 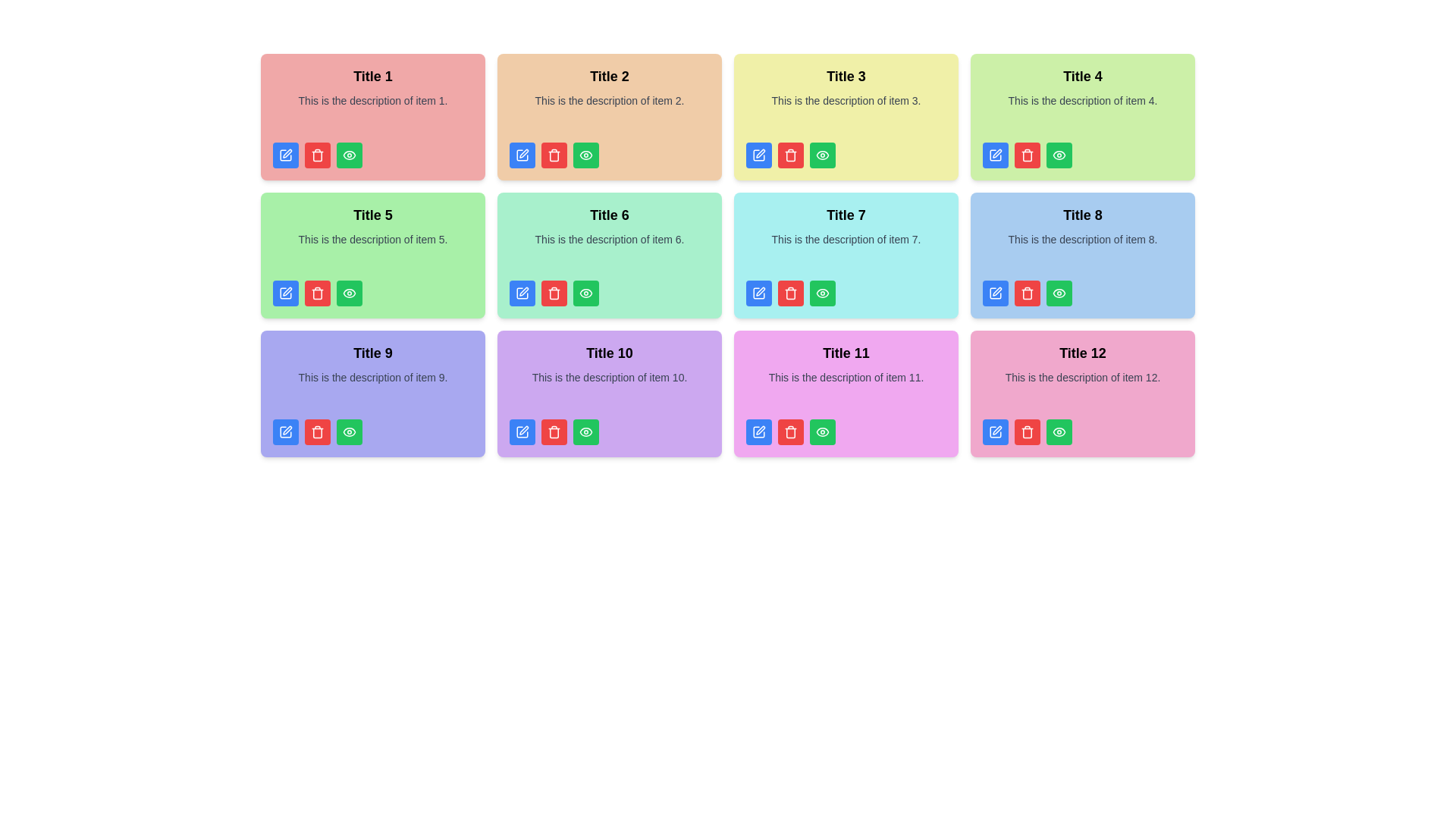 I want to click on the trash icon nested in a red rounded rectangular delete button, which is located adjacent to a blue pencil-icon button on the left and a green eye-icon button on the right, positioned below the title and description in each card, so click(x=553, y=155).